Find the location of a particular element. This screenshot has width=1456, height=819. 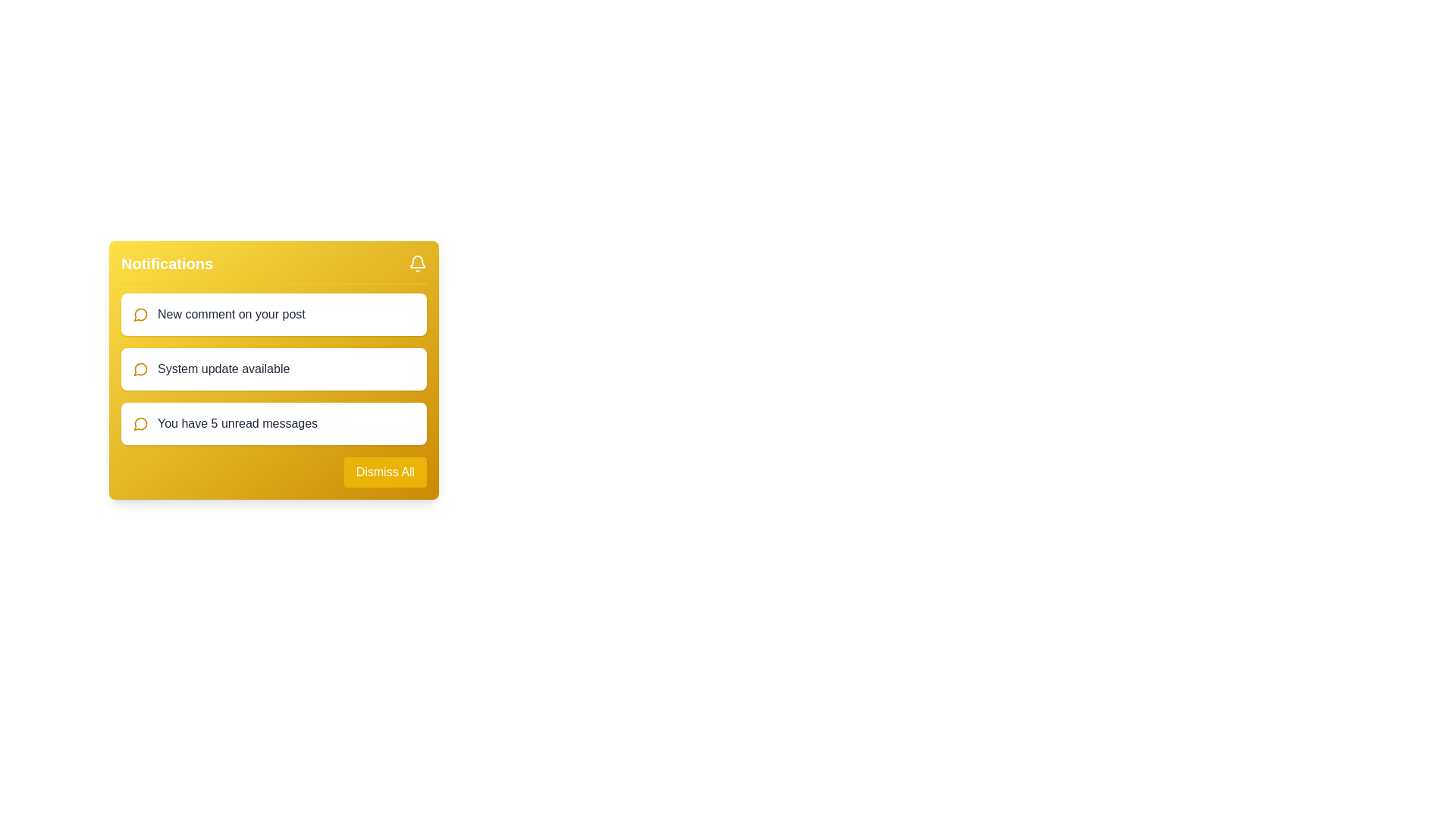

the second notification item in the yellow panel titled 'Notifications' is located at coordinates (274, 385).